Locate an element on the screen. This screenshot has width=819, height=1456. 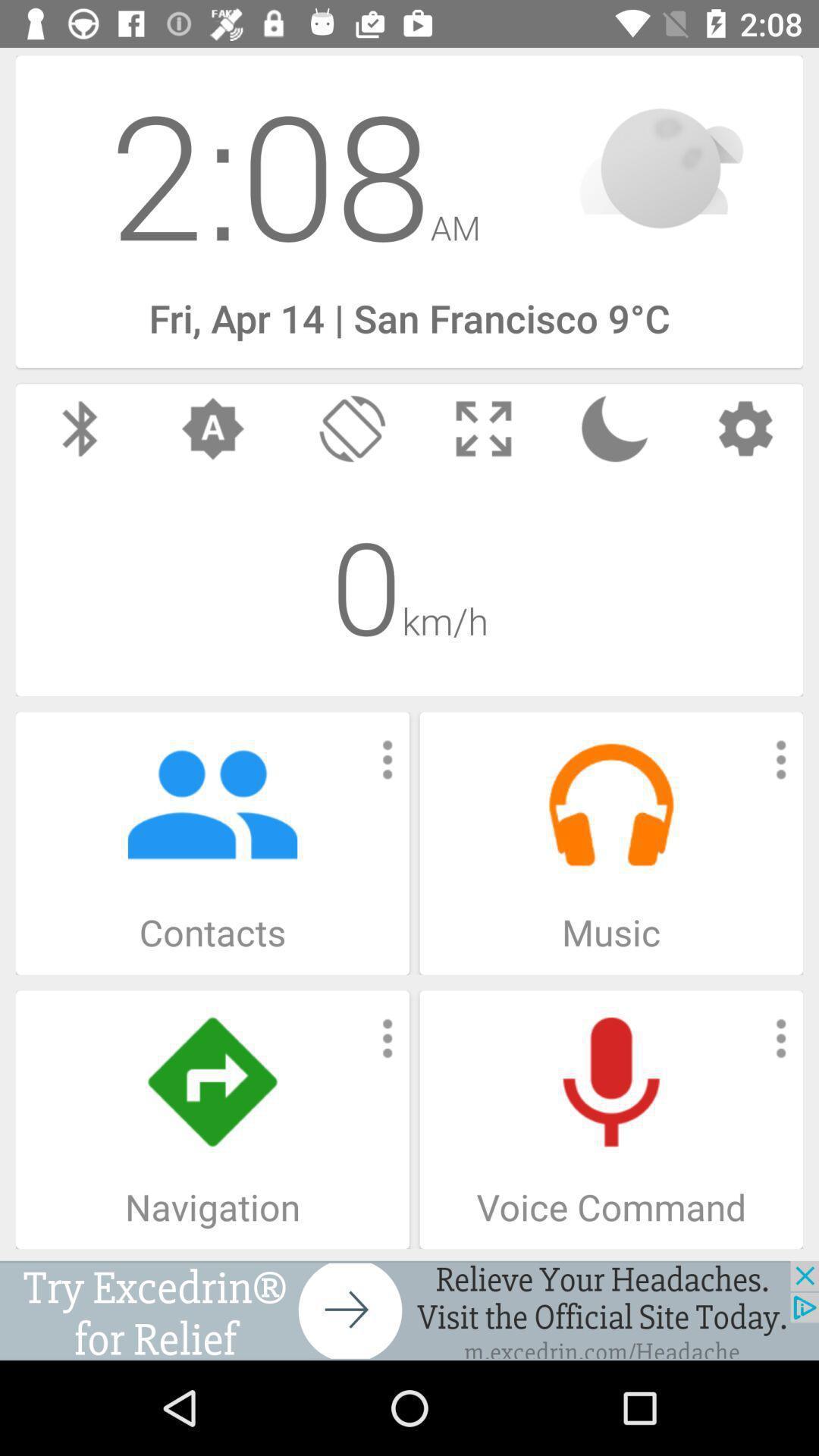
icone is located at coordinates (409, 1310).